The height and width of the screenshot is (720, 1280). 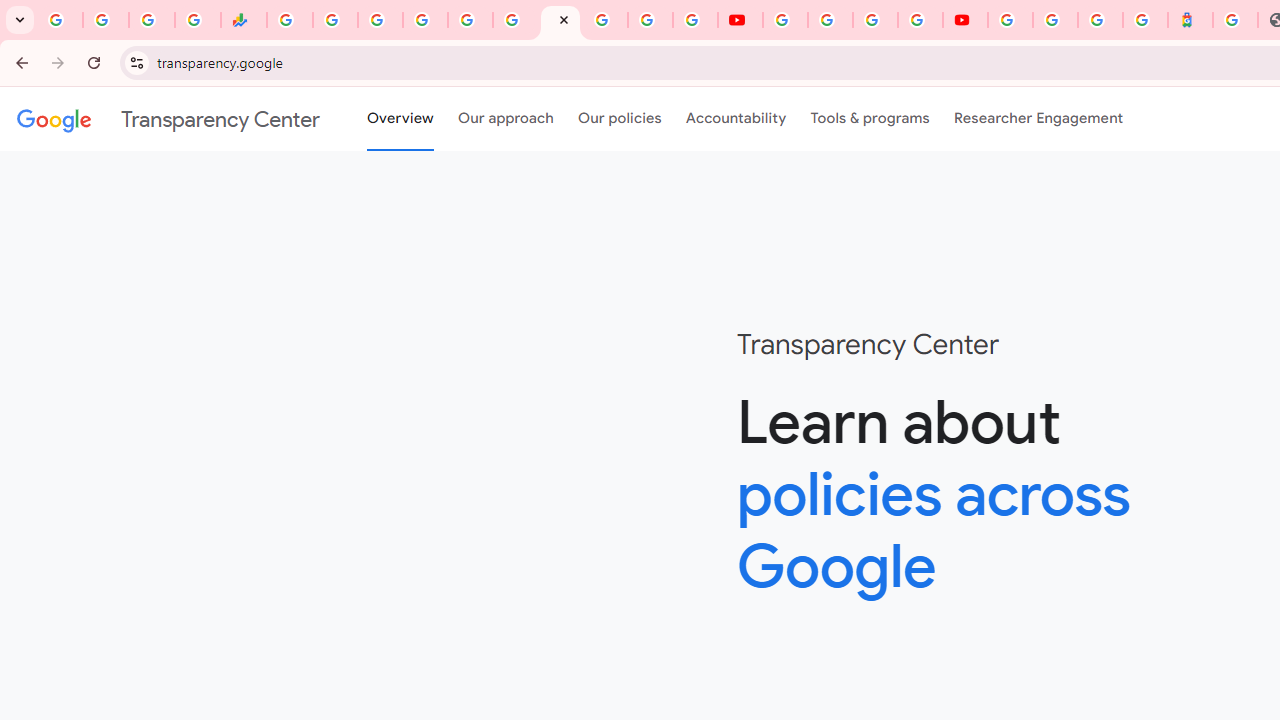 I want to click on 'Researcher Engagement', so click(x=1038, y=119).